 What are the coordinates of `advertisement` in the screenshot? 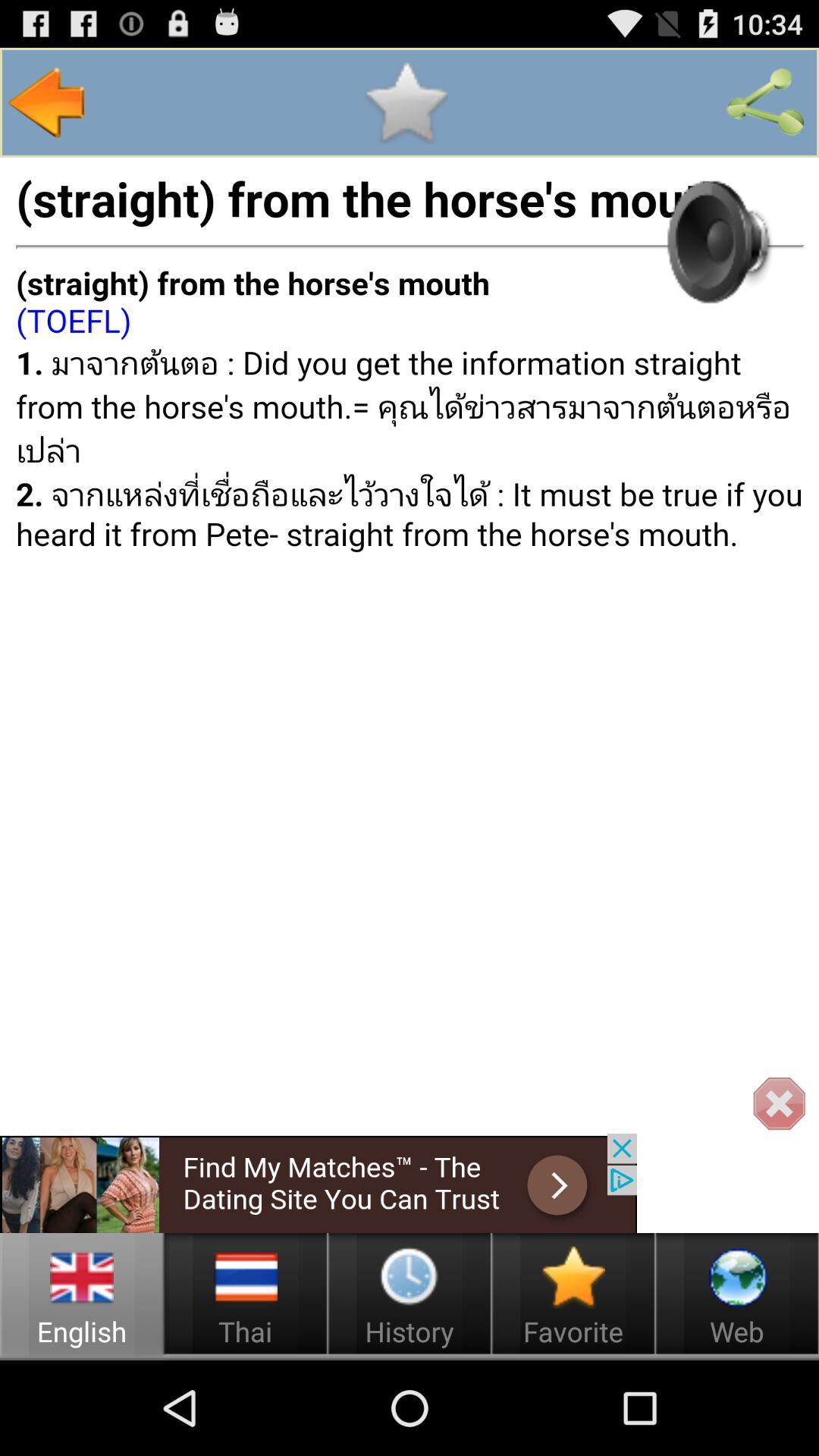 It's located at (318, 1182).